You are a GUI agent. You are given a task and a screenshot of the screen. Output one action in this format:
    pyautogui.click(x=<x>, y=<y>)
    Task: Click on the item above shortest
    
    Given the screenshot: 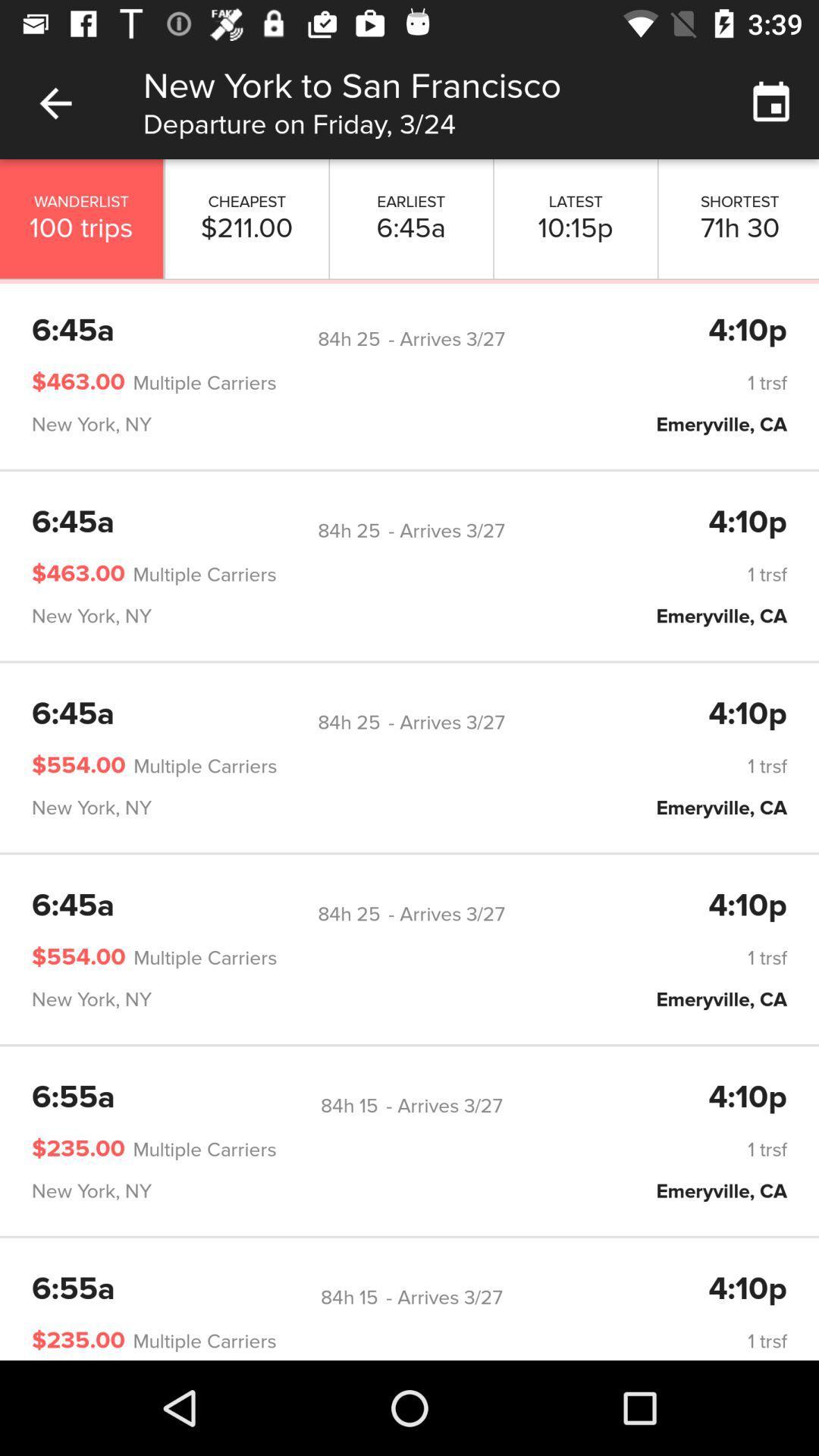 What is the action you would take?
    pyautogui.click(x=771, y=102)
    